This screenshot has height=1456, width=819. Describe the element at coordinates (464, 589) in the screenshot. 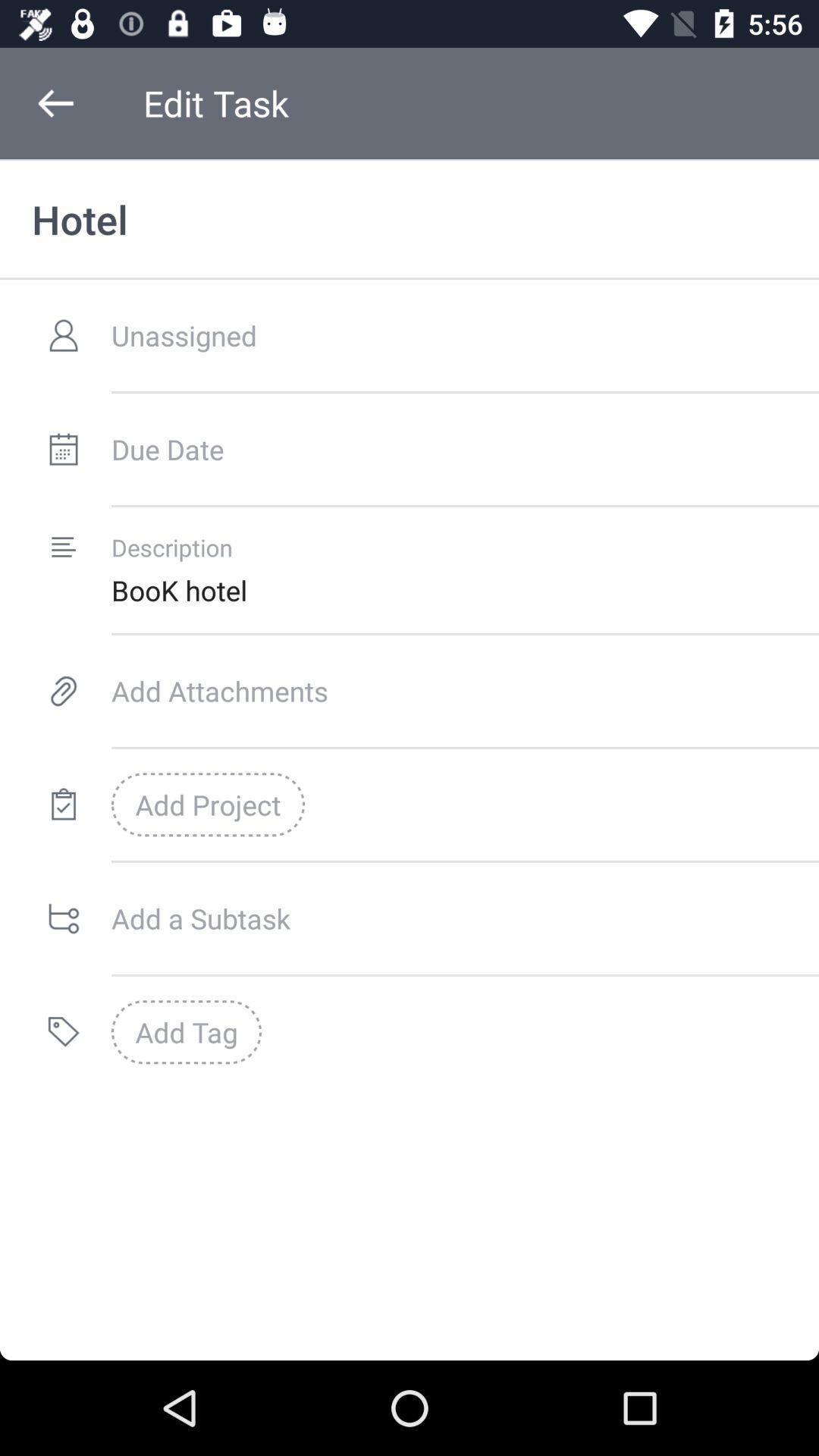

I see `the text book hotel` at that location.